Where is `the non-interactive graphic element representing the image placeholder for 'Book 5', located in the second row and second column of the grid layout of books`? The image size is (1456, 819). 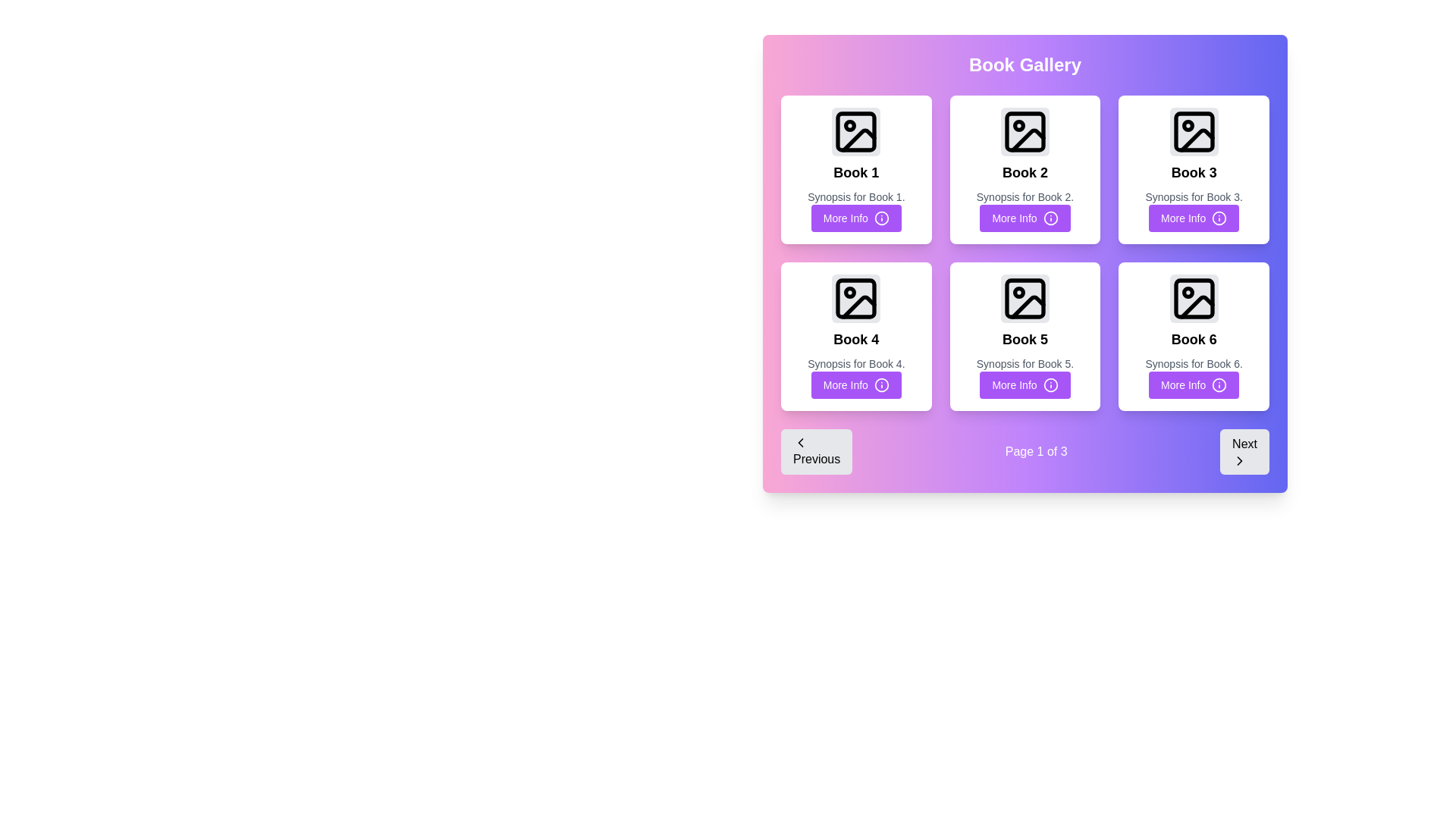
the non-interactive graphic element representing the image placeholder for 'Book 5', located in the second row and second column of the grid layout of books is located at coordinates (1025, 298).